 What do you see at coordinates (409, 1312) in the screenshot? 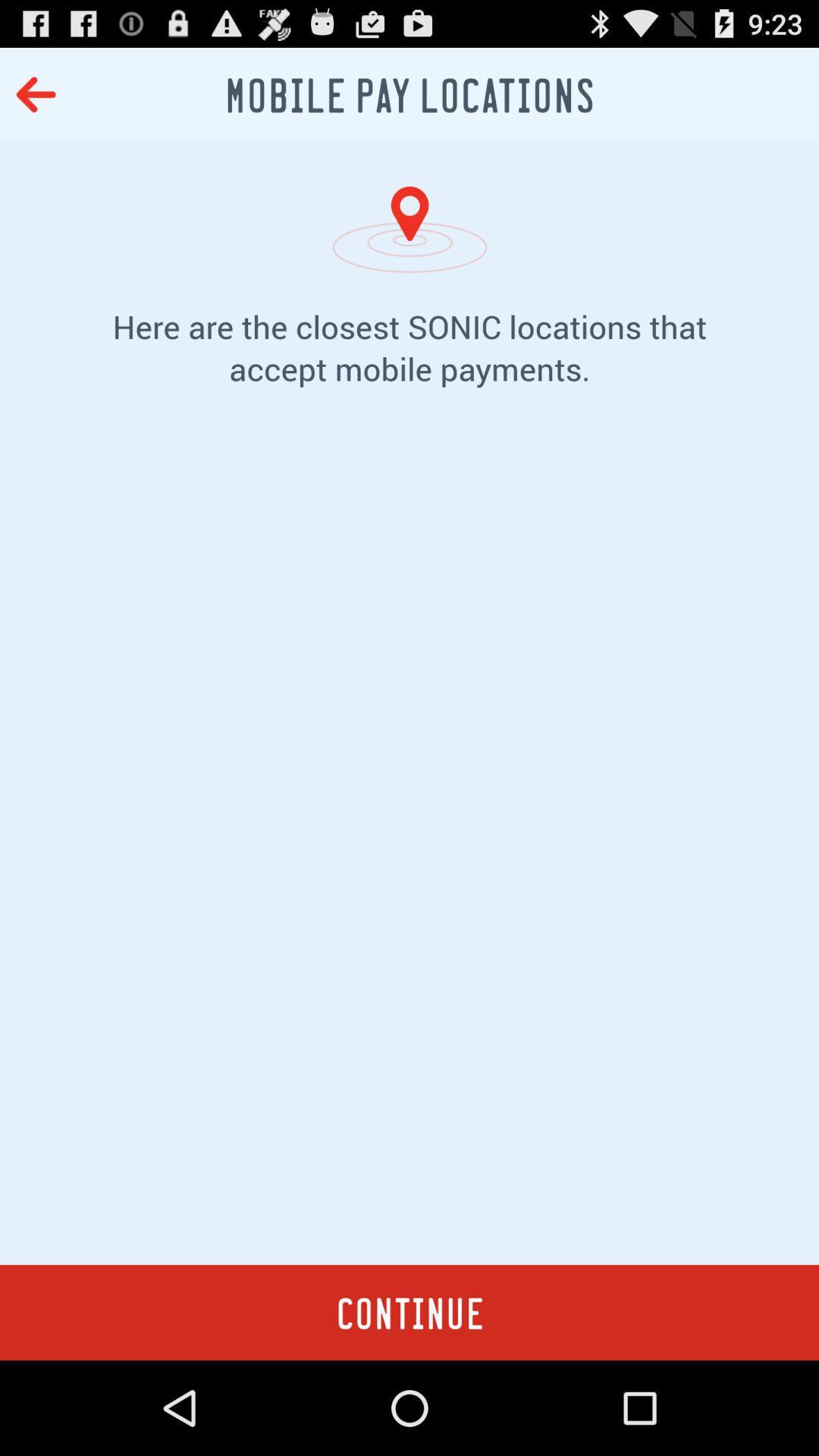
I see `continue item` at bounding box center [409, 1312].